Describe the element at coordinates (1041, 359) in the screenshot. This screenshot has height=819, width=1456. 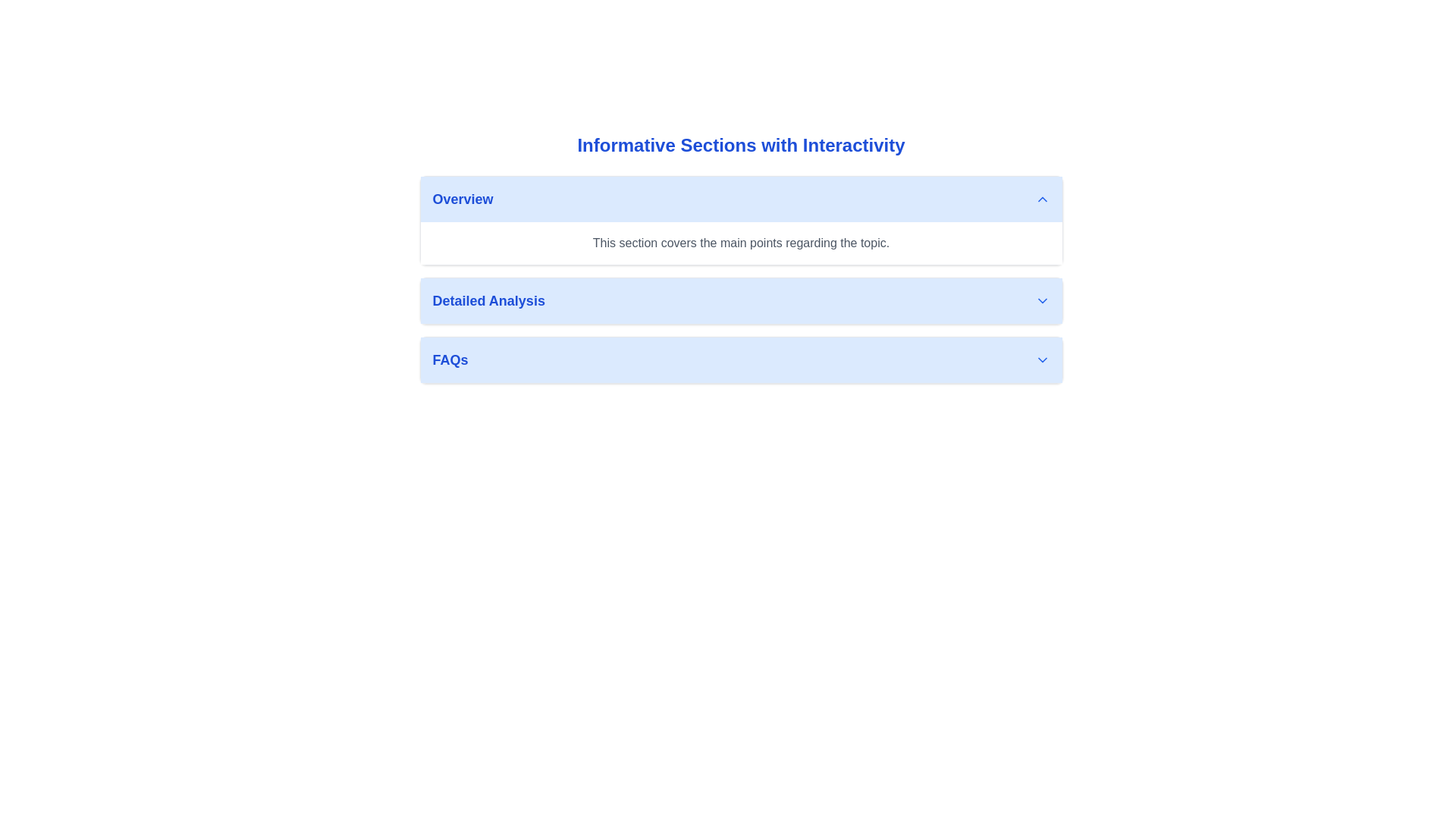
I see `the downward-pointing chevron icon located at the far right end of the 'FAQs' section header for tooltip or visual highlighting` at that location.